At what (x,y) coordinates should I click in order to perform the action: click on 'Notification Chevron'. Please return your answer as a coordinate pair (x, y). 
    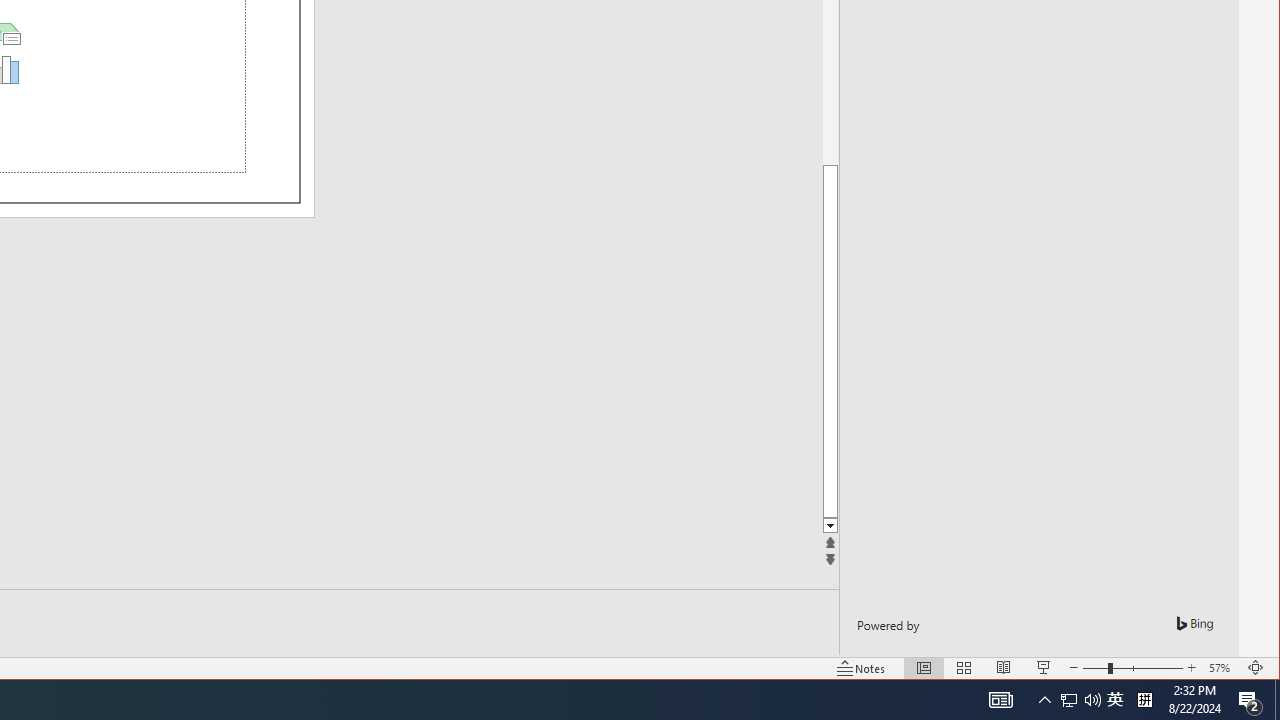
    Looking at the image, I should click on (1044, 698).